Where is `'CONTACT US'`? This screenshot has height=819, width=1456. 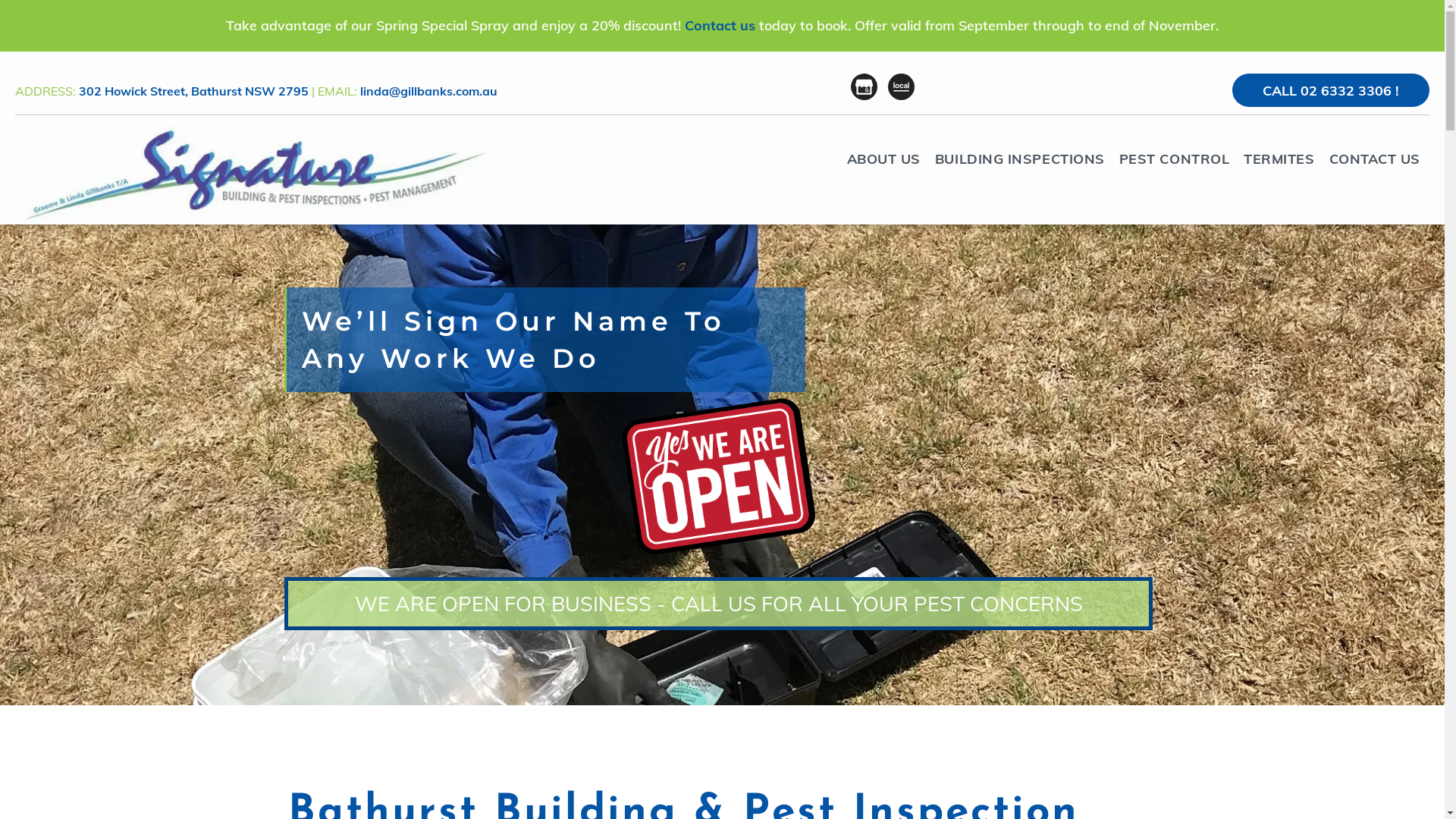 'CONTACT US' is located at coordinates (1323, 158).